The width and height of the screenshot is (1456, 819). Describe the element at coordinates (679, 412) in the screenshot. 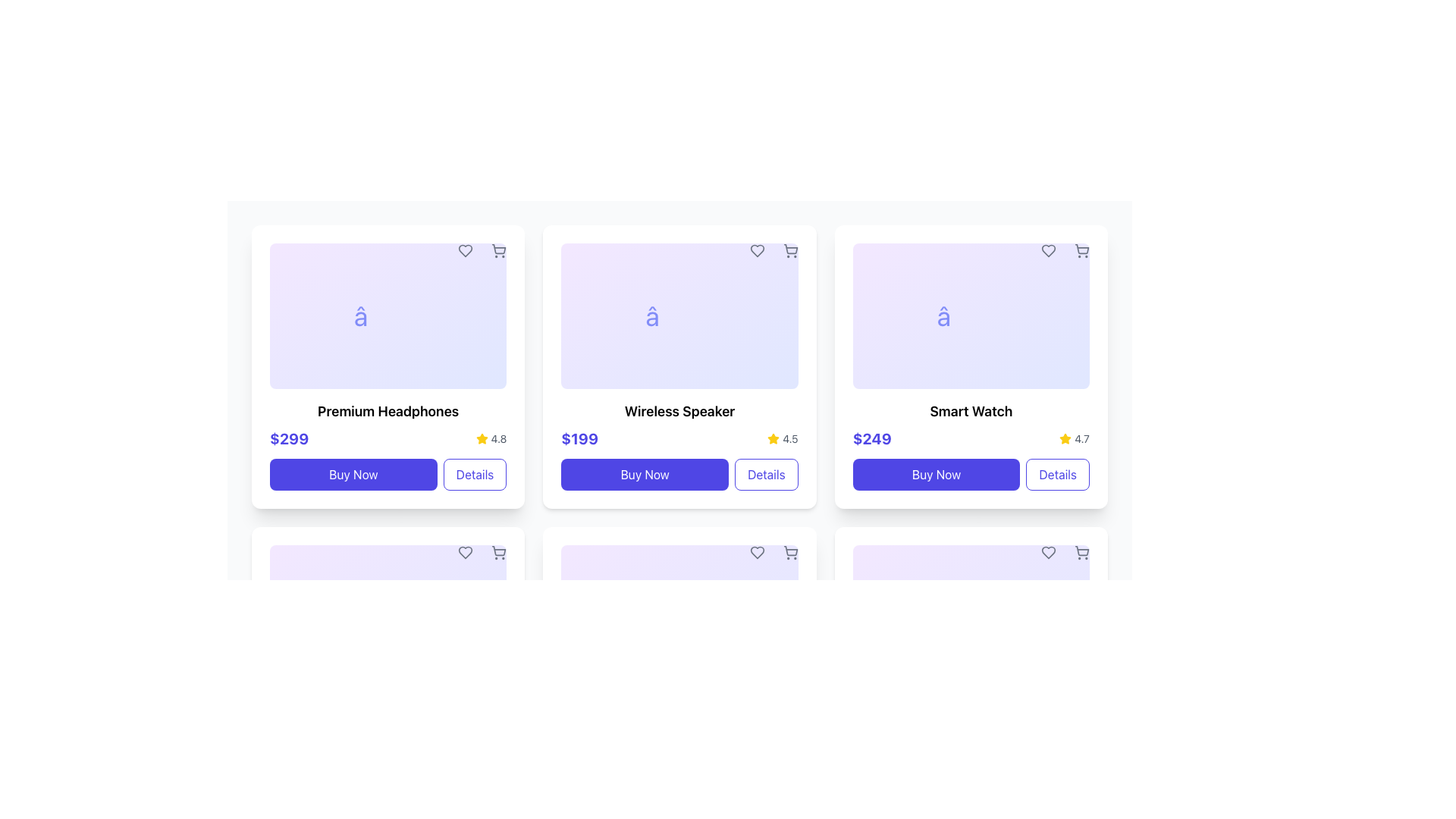

I see `text label that serves as the title or name of the product displayed in the second card, located centrally beneath the image placeholder and above the price label and action buttons` at that location.